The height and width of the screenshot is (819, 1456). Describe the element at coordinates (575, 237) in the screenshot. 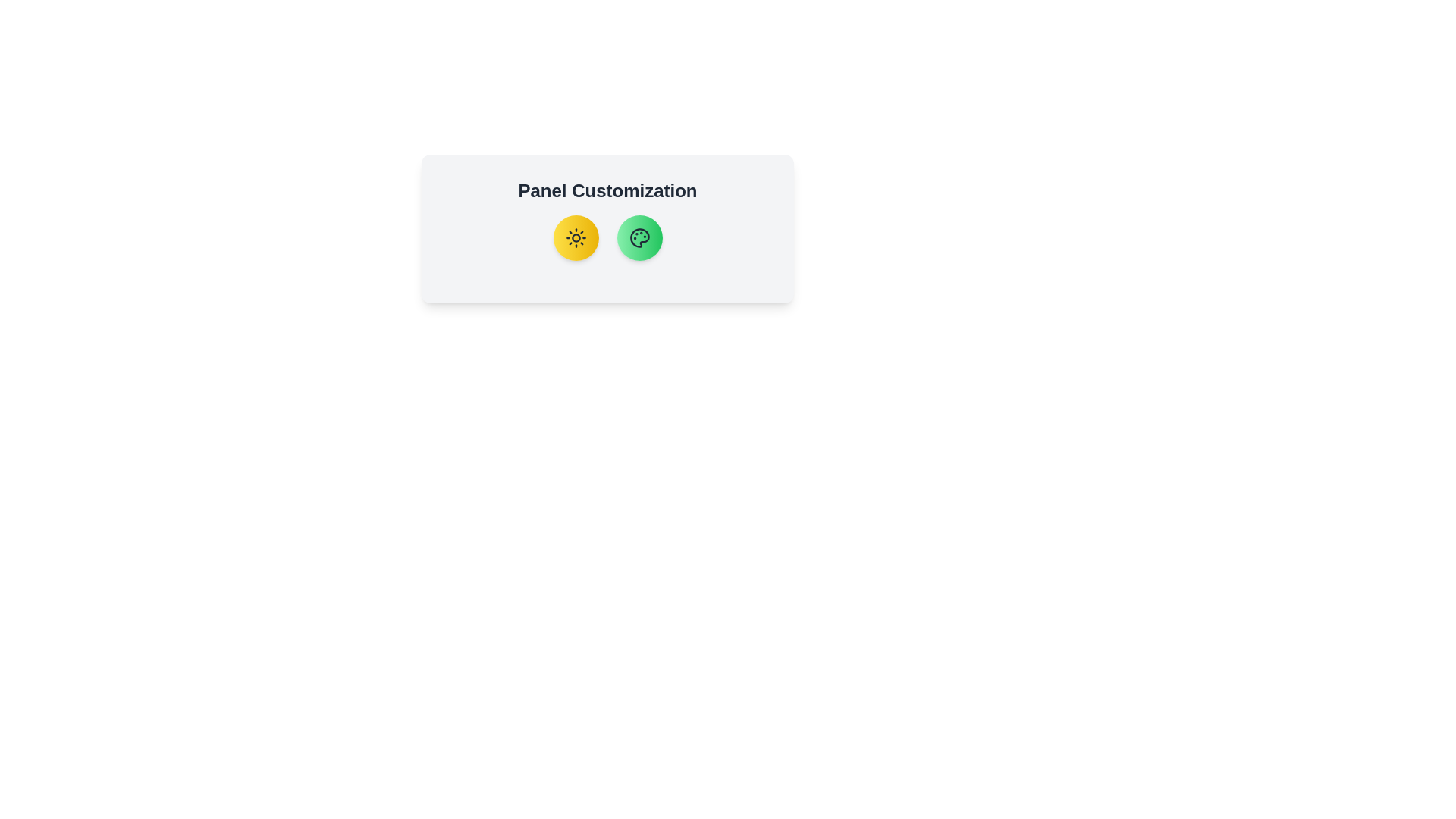

I see `the first button in the row under the 'Panel Customization' heading` at that location.